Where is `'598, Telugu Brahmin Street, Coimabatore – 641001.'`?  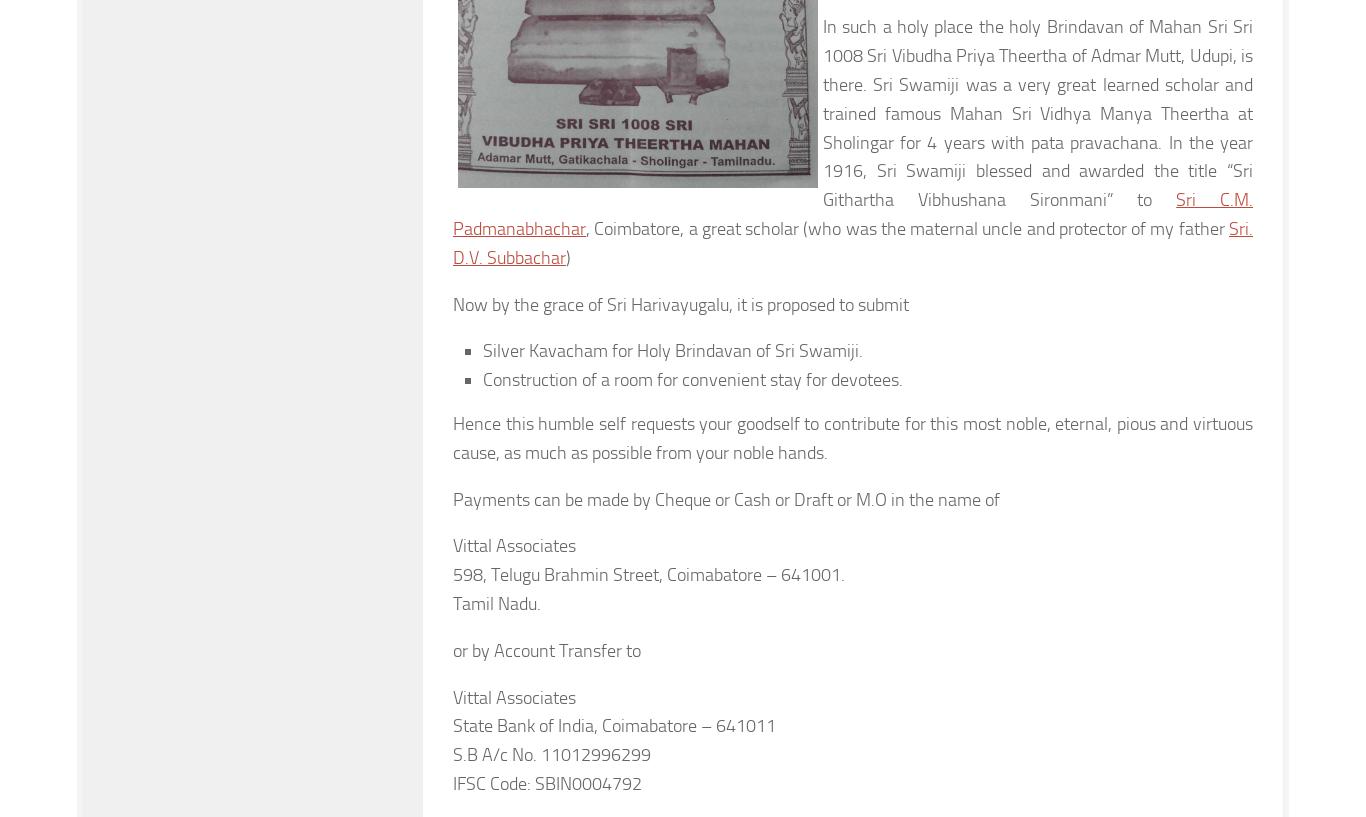
'598, Telugu Brahmin Street, Coimabatore – 641001.' is located at coordinates (647, 575).